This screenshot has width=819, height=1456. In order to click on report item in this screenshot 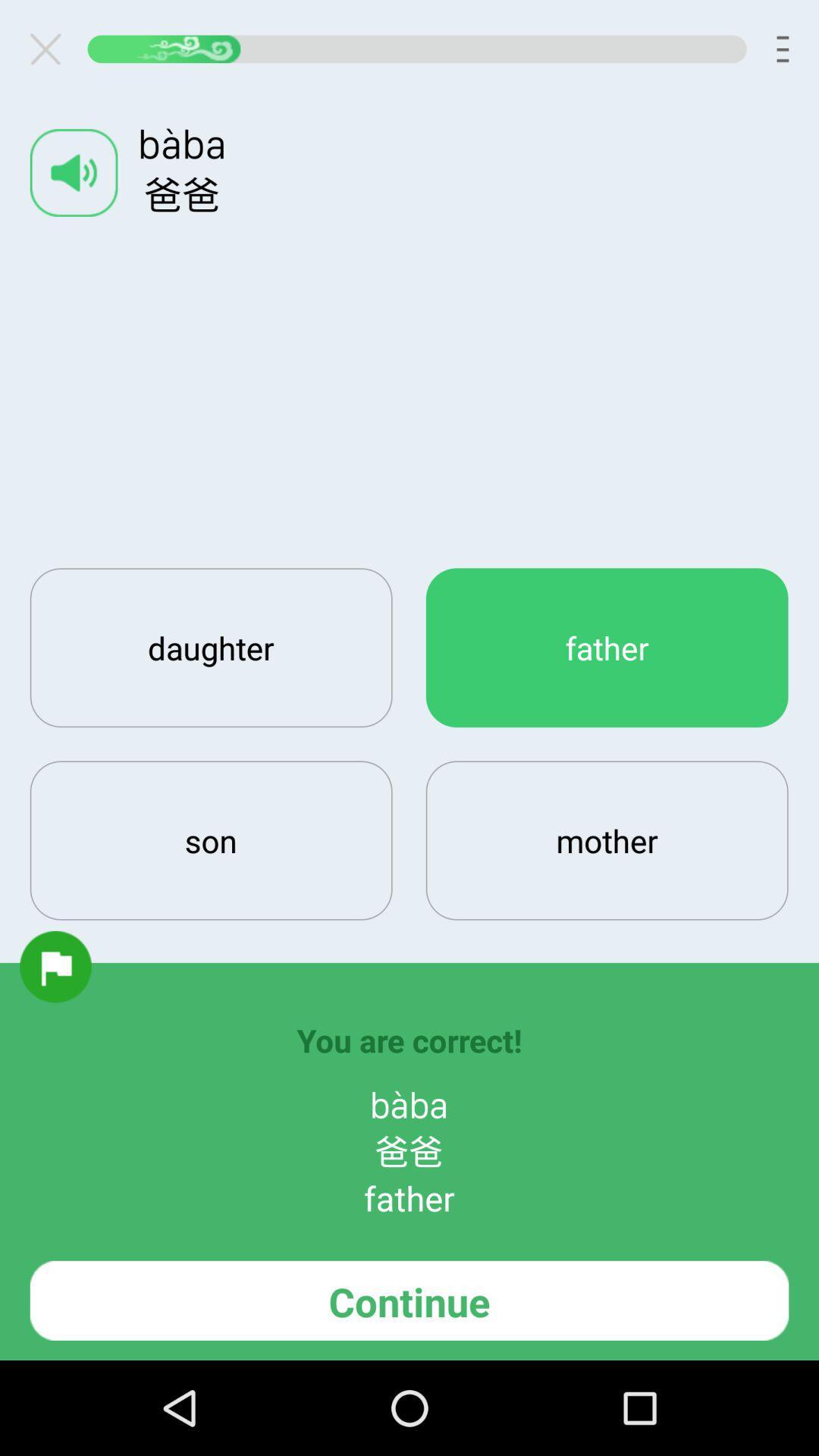, I will do `click(55, 966)`.